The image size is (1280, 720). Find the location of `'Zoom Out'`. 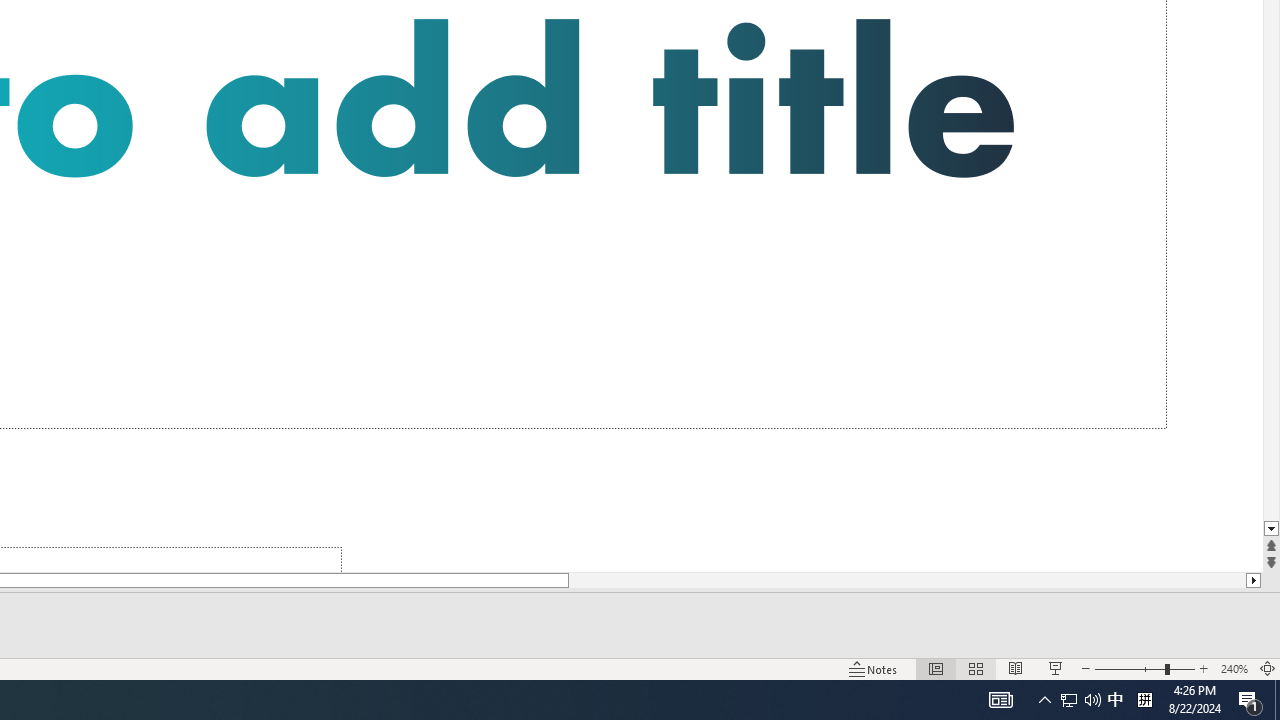

'Zoom Out' is located at coordinates (1129, 669).